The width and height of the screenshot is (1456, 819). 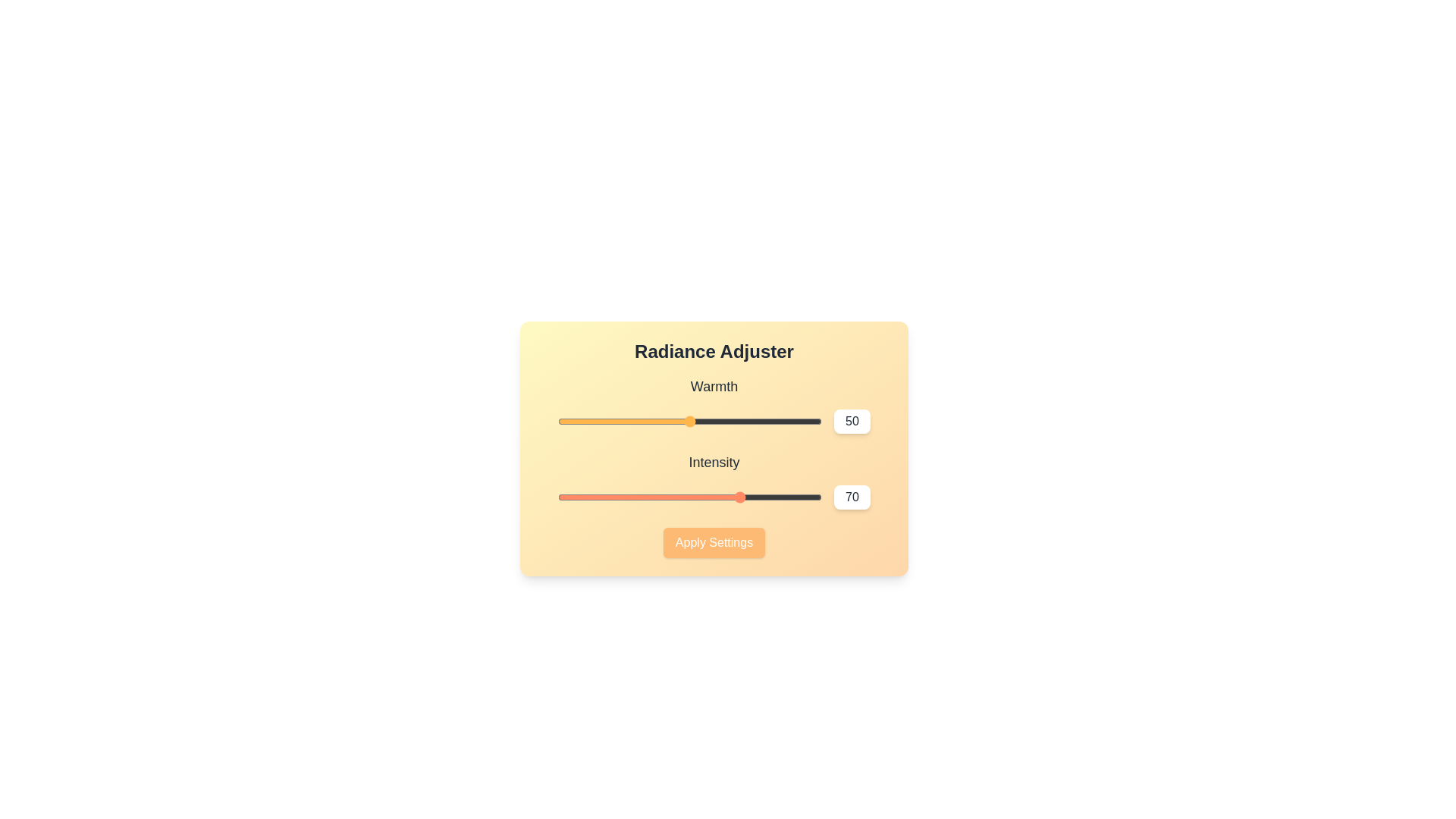 What do you see at coordinates (563, 421) in the screenshot?
I see `the 'Warmth' slider to 2` at bounding box center [563, 421].